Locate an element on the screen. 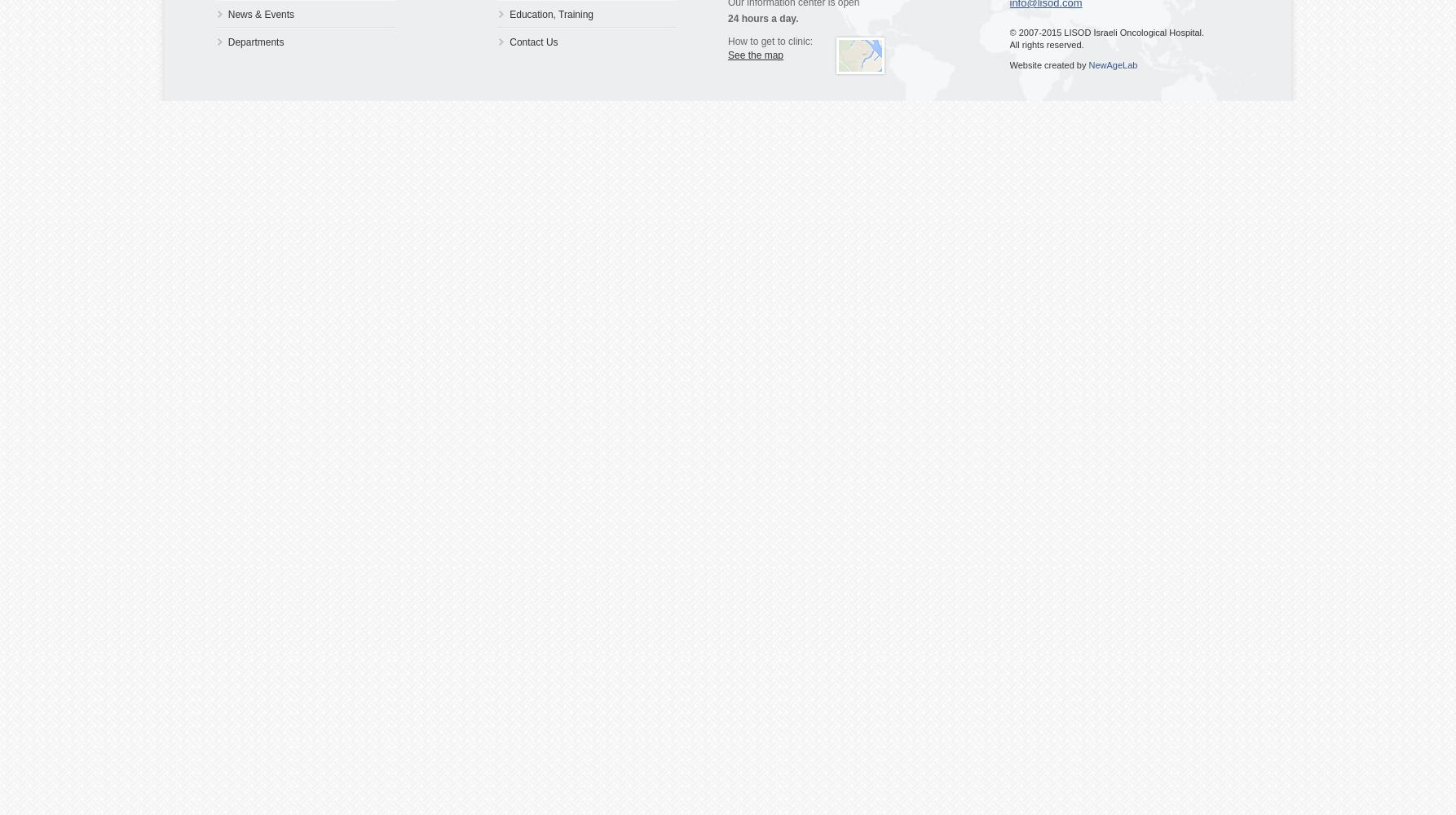 The width and height of the screenshot is (1456, 815). 'All rights reserved.' is located at coordinates (1046, 45).